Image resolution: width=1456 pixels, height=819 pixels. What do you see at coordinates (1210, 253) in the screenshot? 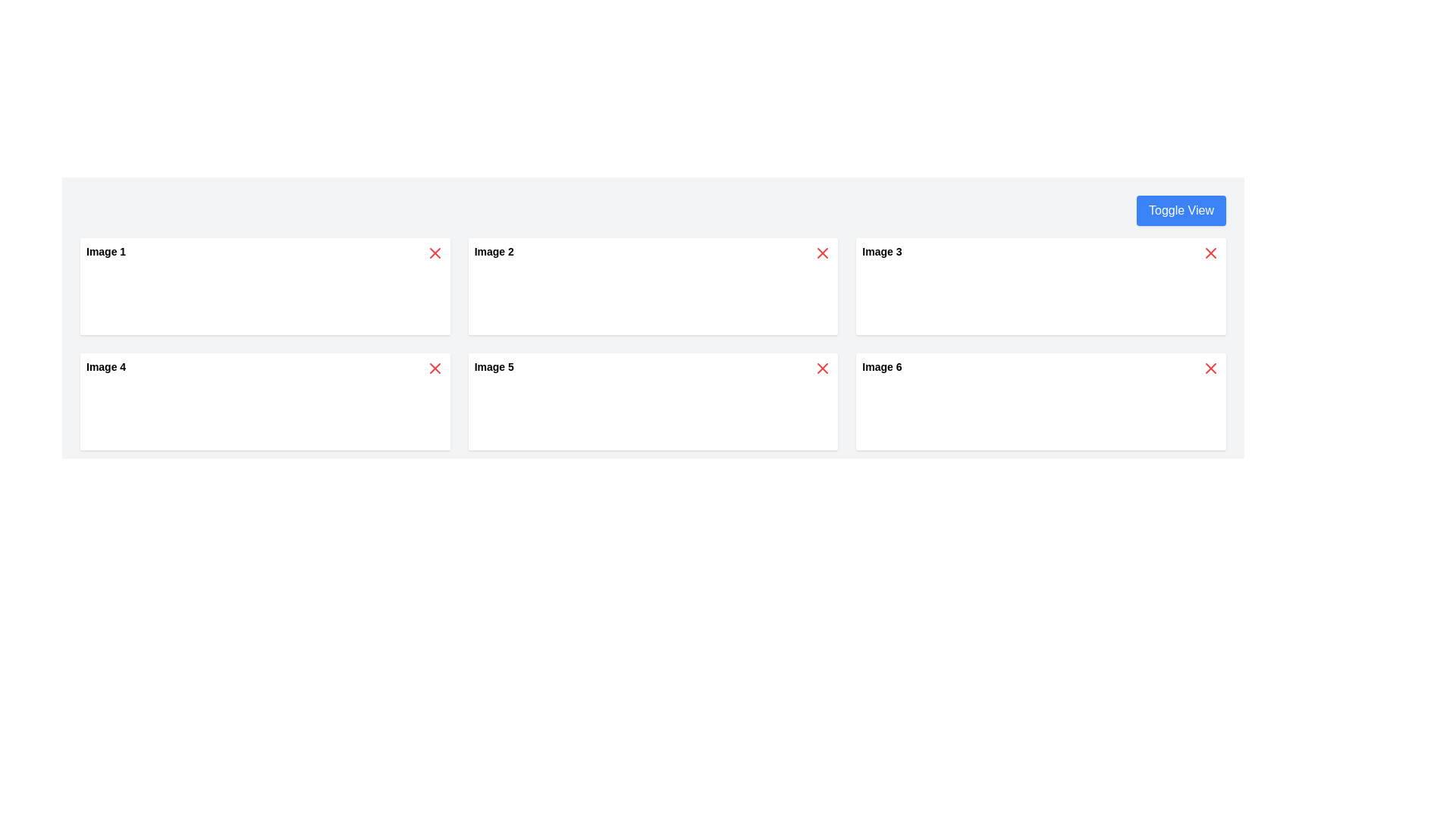
I see `the small red 'X' icon button located at the top-right corner of the card labeled 'Image 3'` at bounding box center [1210, 253].